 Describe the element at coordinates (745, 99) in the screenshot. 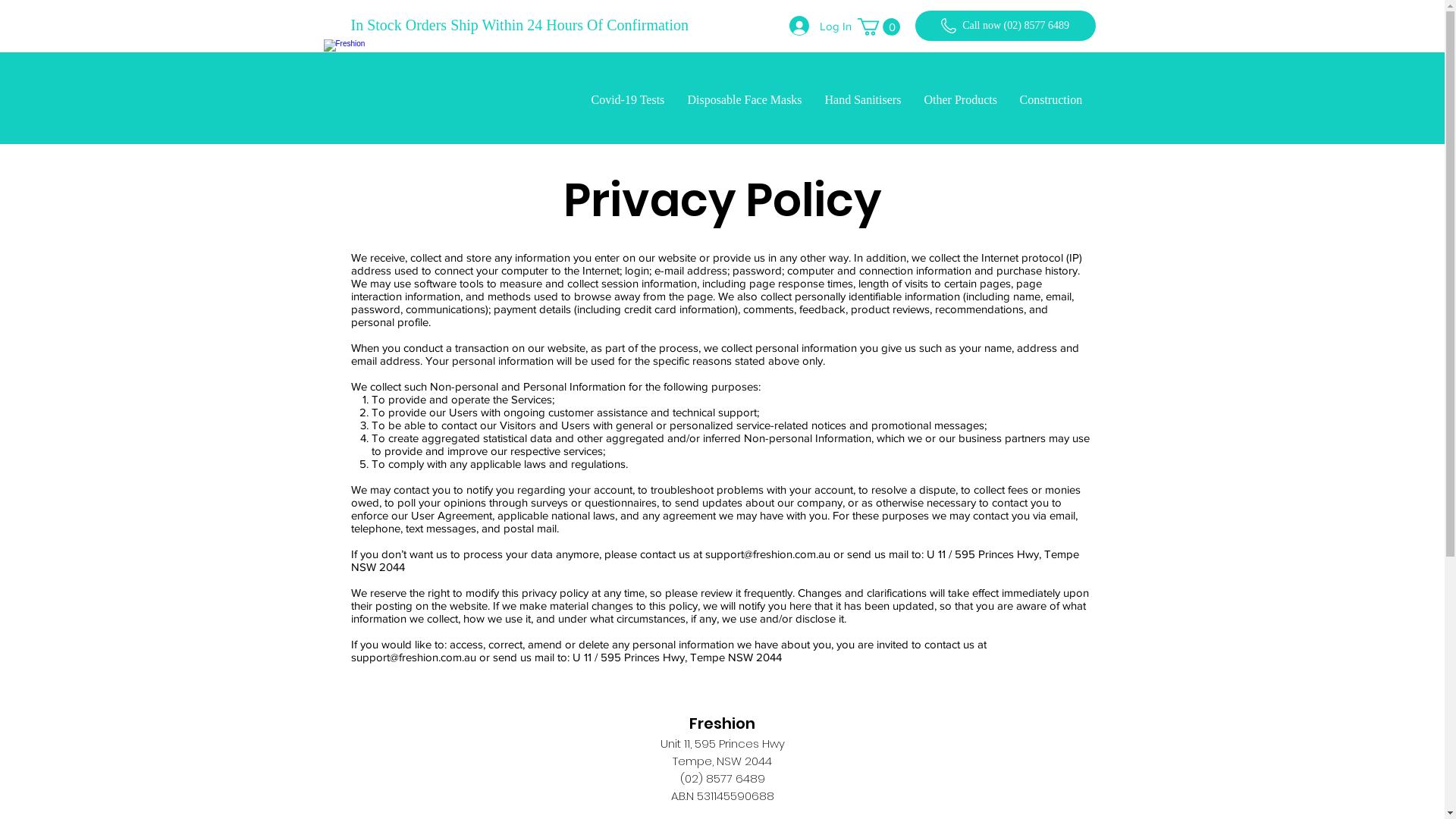

I see `'Disposable Face Masks'` at that location.